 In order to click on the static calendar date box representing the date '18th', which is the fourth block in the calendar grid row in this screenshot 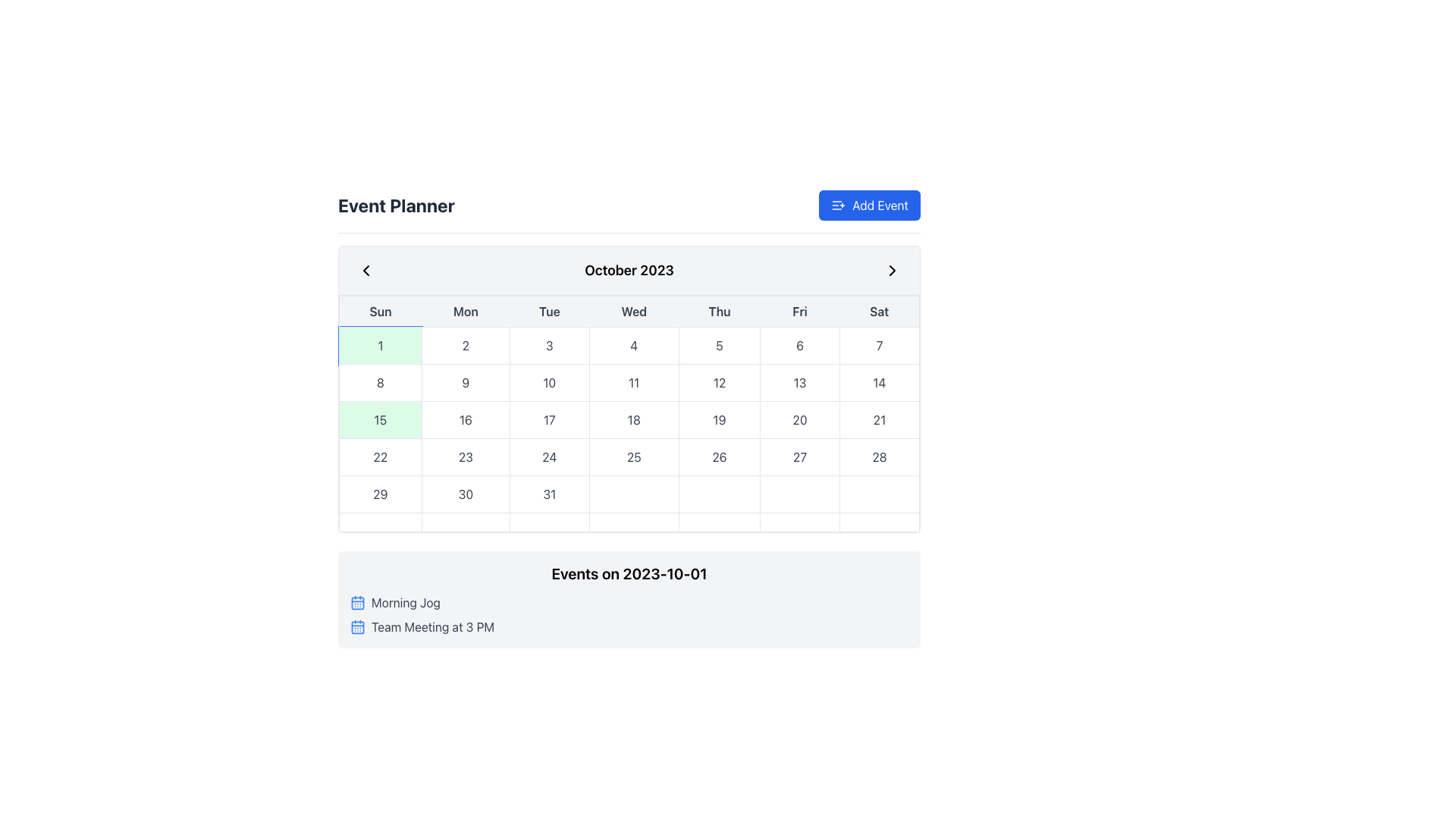, I will do `click(634, 420)`.